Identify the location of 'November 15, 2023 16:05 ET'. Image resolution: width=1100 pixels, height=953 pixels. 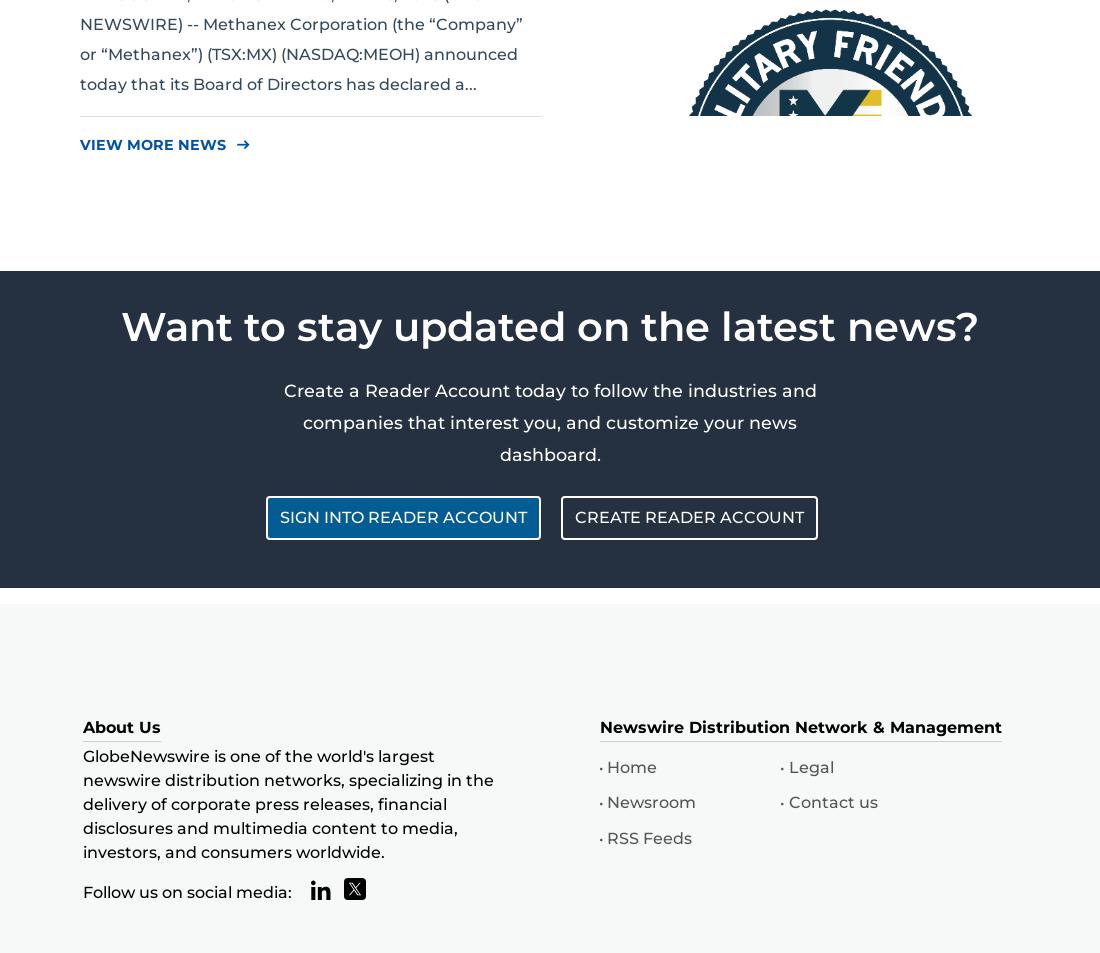
(766, 400).